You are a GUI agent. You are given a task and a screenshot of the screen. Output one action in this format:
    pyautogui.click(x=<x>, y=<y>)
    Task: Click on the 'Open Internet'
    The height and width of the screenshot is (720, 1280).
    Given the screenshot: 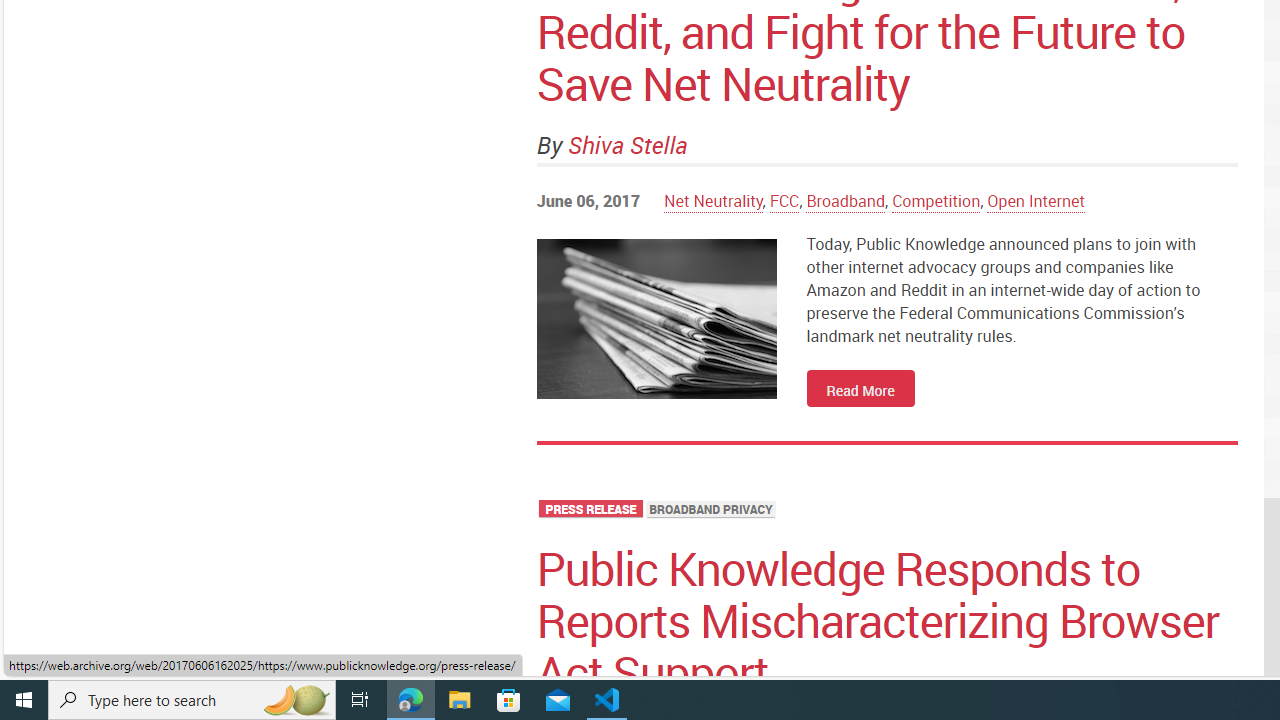 What is the action you would take?
    pyautogui.click(x=1036, y=200)
    